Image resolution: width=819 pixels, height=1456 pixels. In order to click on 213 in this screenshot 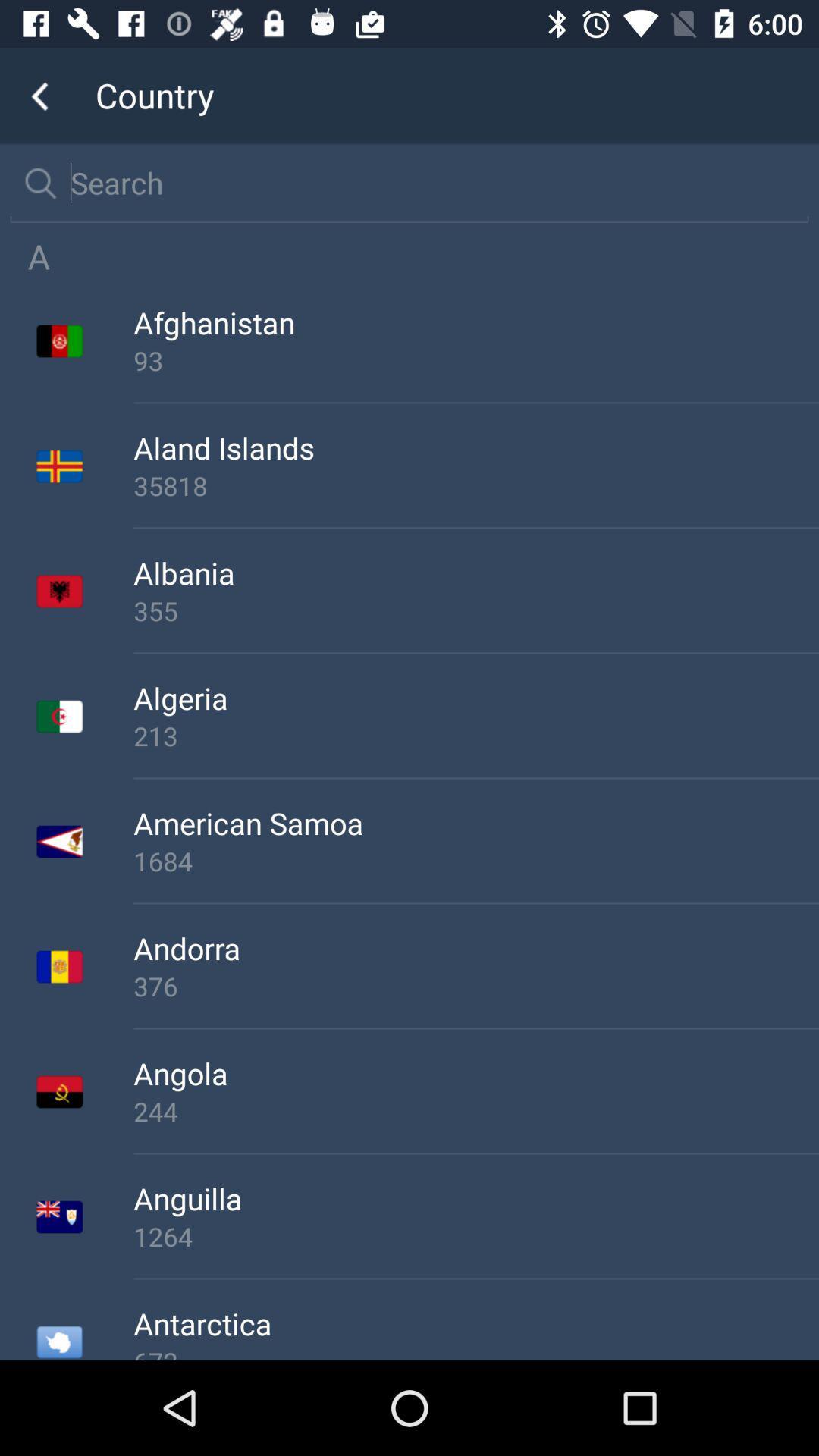, I will do `click(475, 736)`.